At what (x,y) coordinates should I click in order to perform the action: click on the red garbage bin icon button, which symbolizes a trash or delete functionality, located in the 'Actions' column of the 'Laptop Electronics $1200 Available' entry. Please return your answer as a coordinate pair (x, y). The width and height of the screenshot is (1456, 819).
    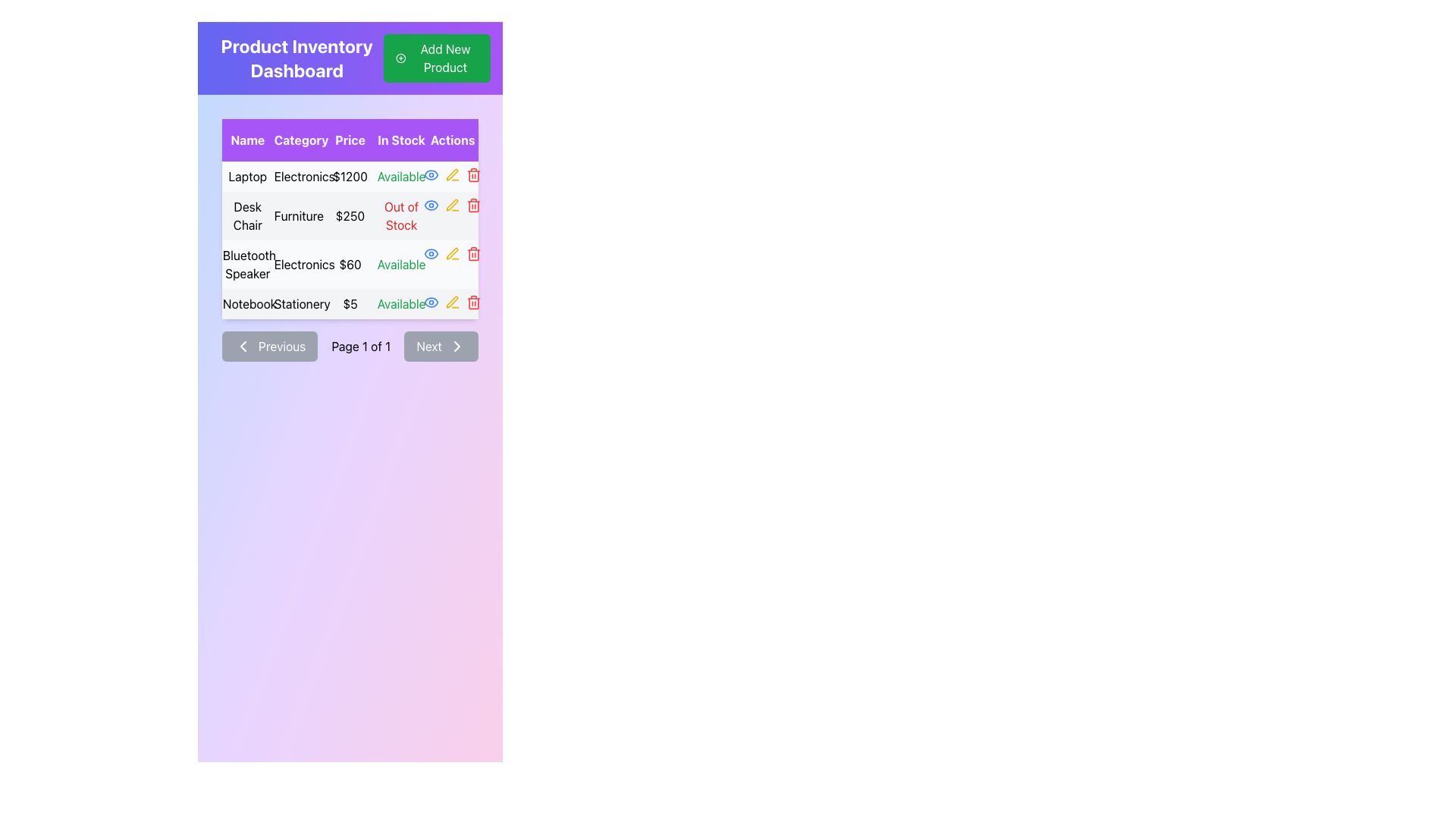
    Looking at the image, I should click on (473, 174).